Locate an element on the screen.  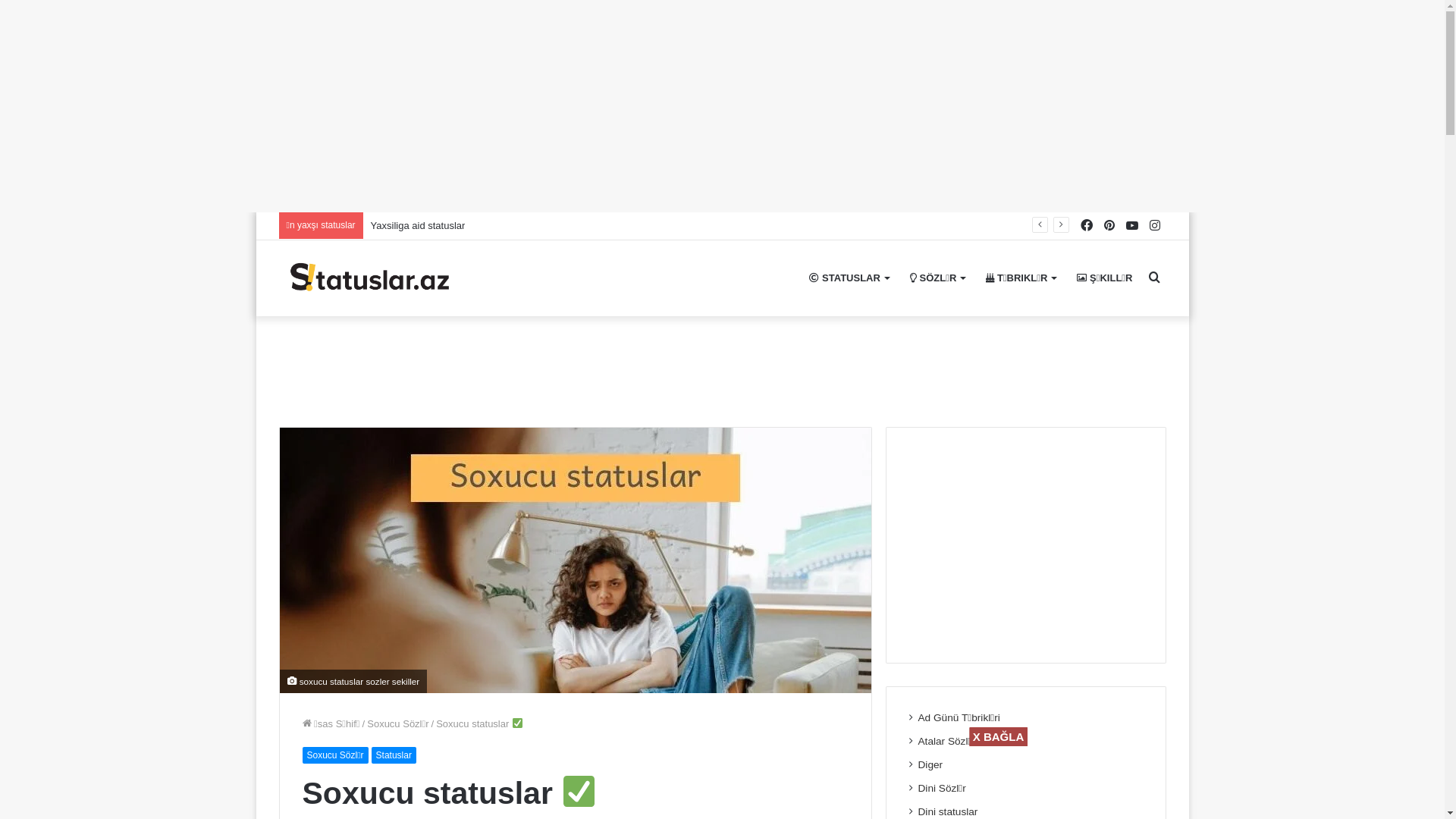
'Axtar..' is located at coordinates (1153, 278).